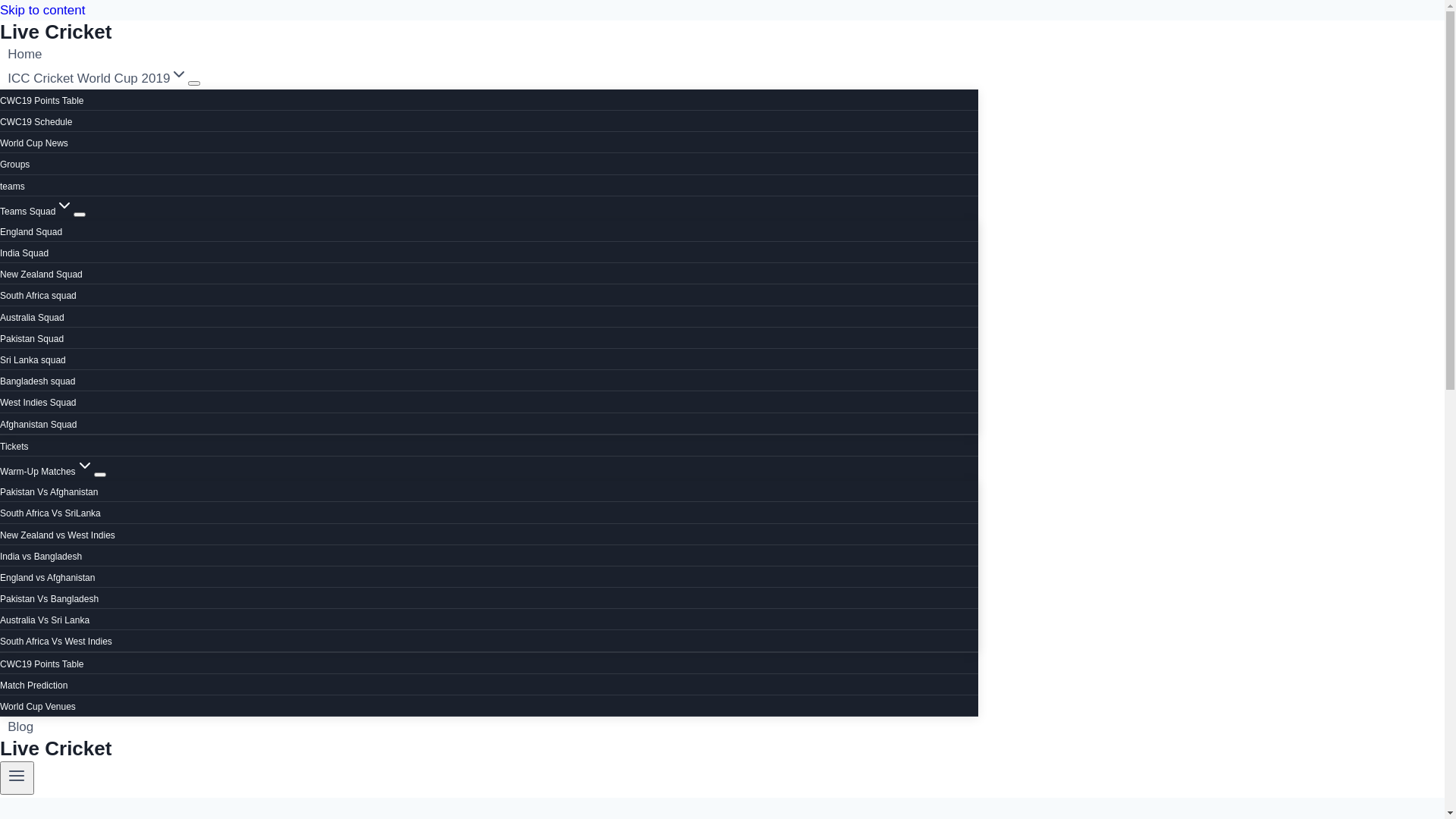 Image resolution: width=1456 pixels, height=819 pixels. I want to click on 'South Africa Vs West Indies', so click(55, 641).